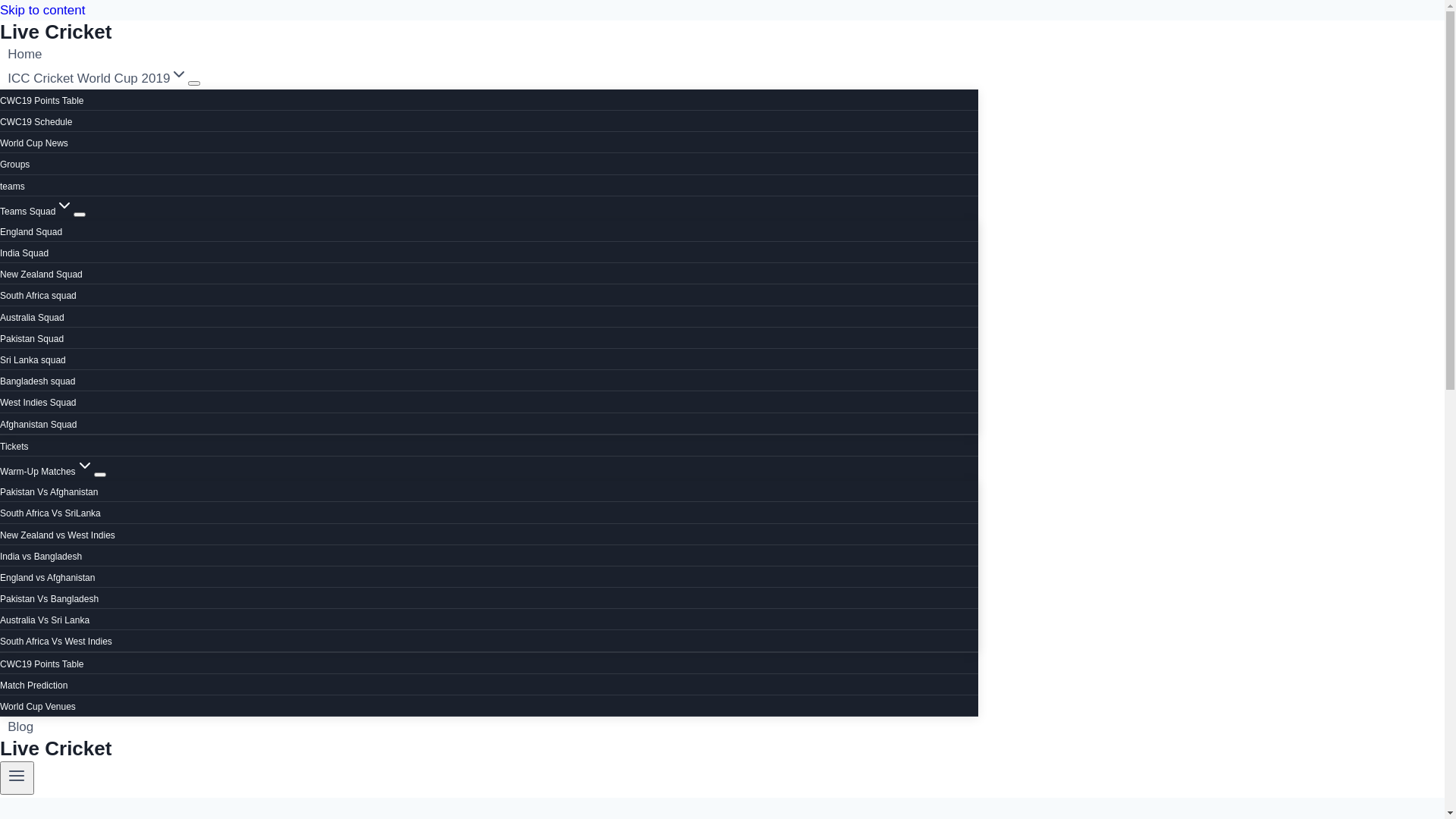 Image resolution: width=1456 pixels, height=819 pixels. I want to click on 'South Africa Vs West Indies', so click(55, 641).